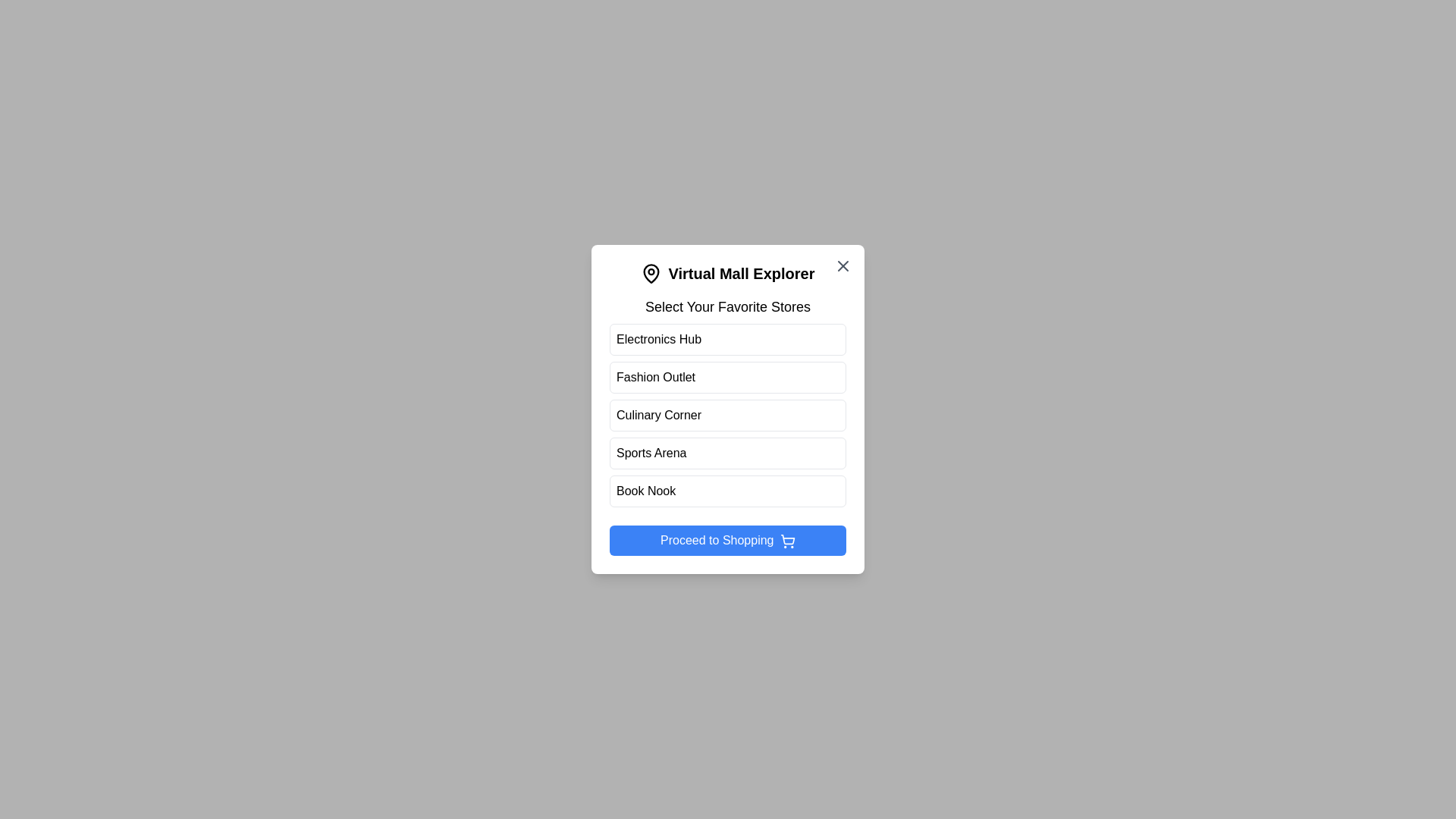 This screenshot has height=819, width=1456. What do you see at coordinates (787, 540) in the screenshot?
I see `the shopping cart icon located on the right side of the 'Proceed to Shopping' button` at bounding box center [787, 540].